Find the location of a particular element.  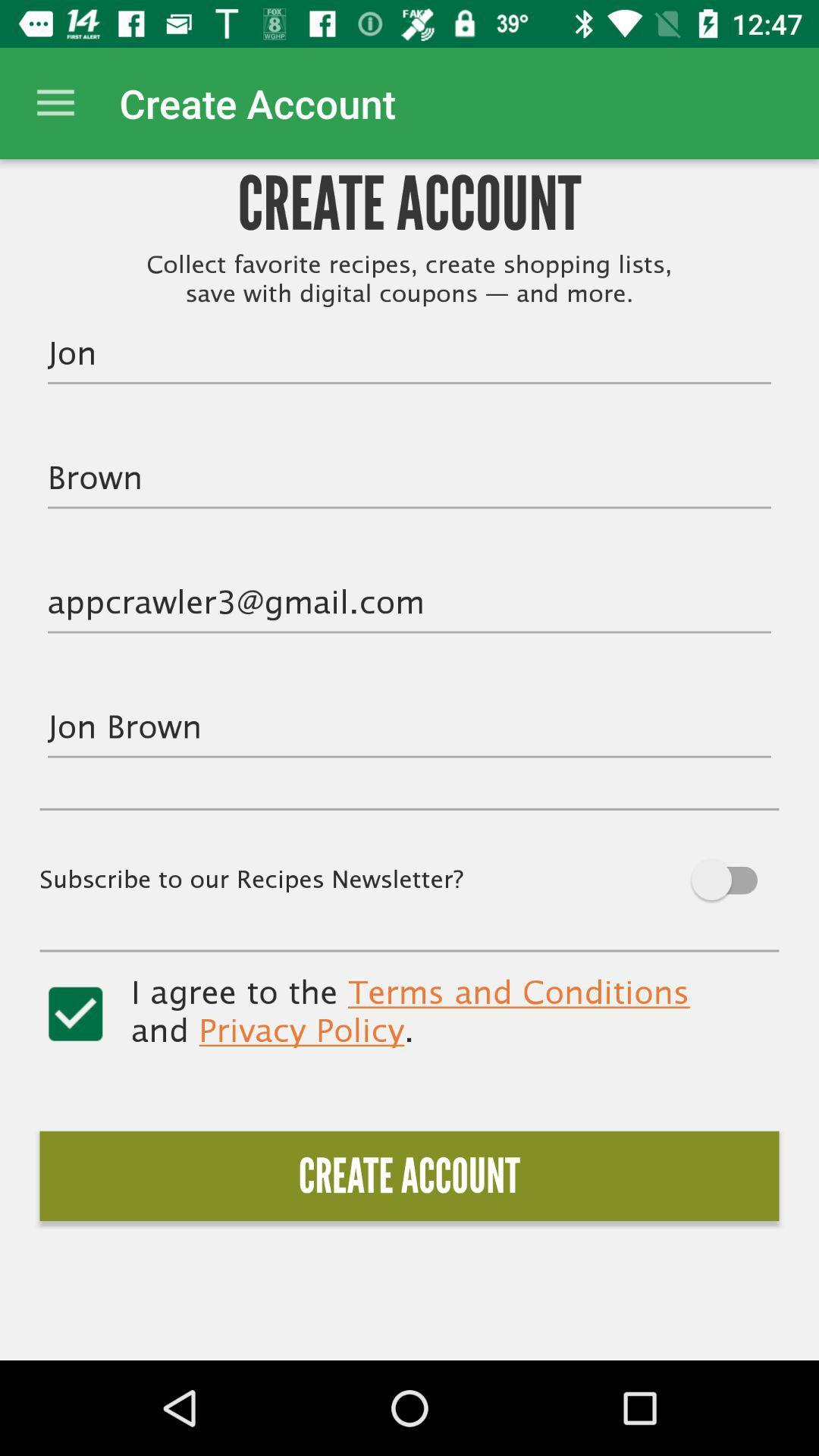

autoplay option is located at coordinates (699, 880).